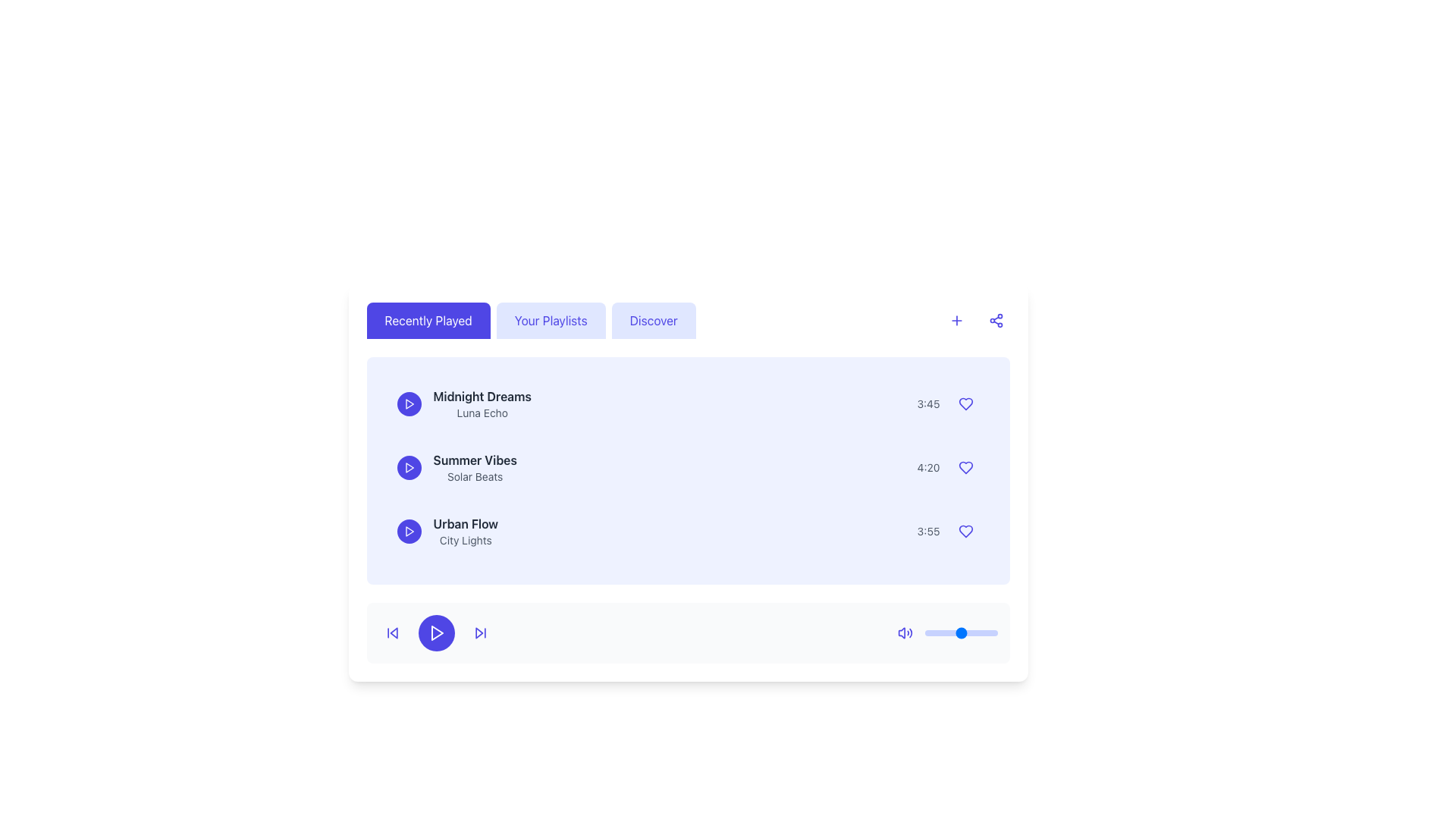 The image size is (1456, 819). Describe the element at coordinates (550, 320) in the screenshot. I see `the 'Your Playlists' button, which is a rectangular tab with light indigo background and darker indigo text, to trigger its hover state` at that location.